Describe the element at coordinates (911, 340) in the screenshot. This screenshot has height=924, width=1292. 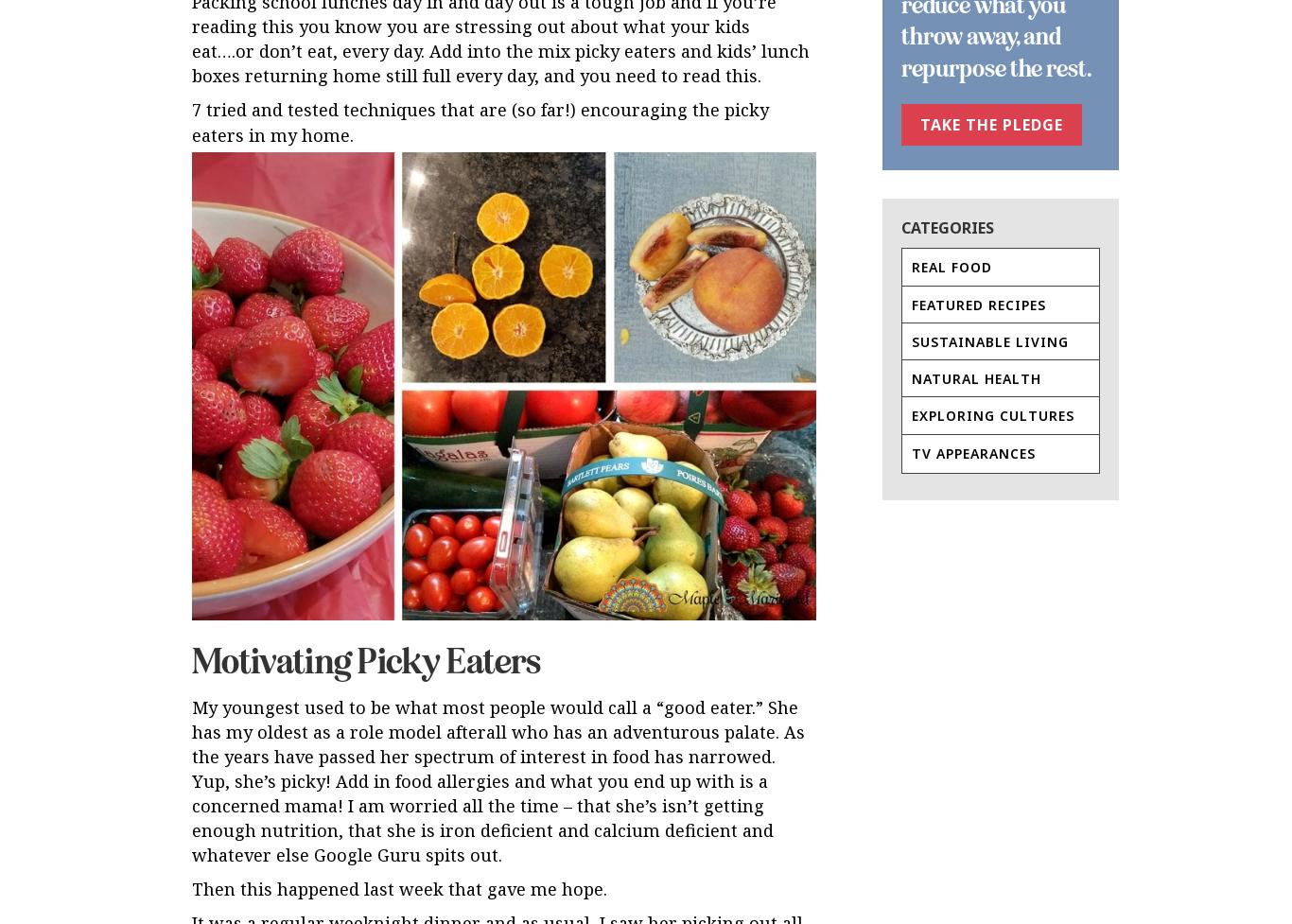
I see `'Sustainable Living'` at that location.